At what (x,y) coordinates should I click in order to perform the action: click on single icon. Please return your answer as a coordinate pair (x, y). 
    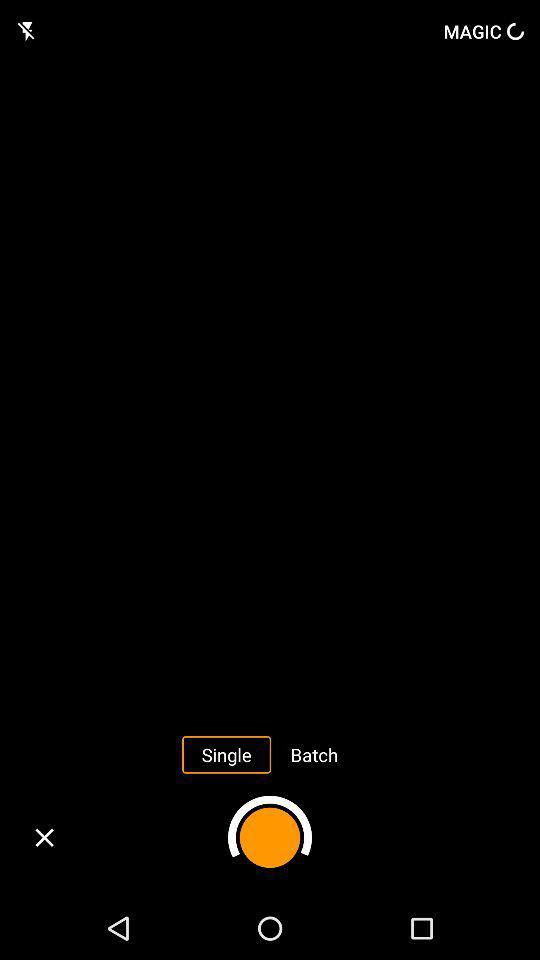
    Looking at the image, I should click on (225, 753).